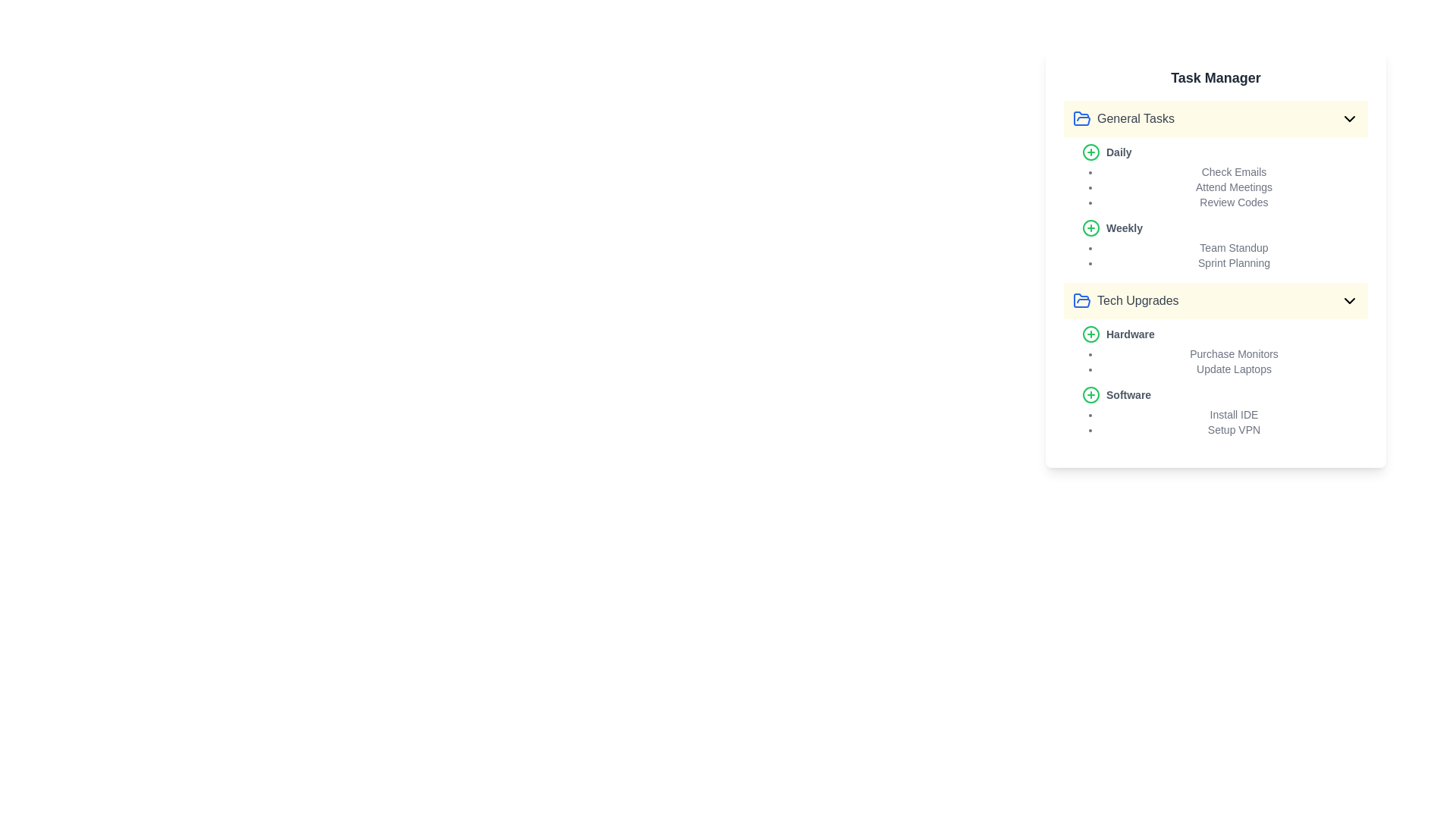 Image resolution: width=1456 pixels, height=819 pixels. What do you see at coordinates (1225, 254) in the screenshot?
I see `the List item group containing 'Team Standup' and 'Sprint Planning' under the 'Weekly' section of 'General Tasks'` at bounding box center [1225, 254].